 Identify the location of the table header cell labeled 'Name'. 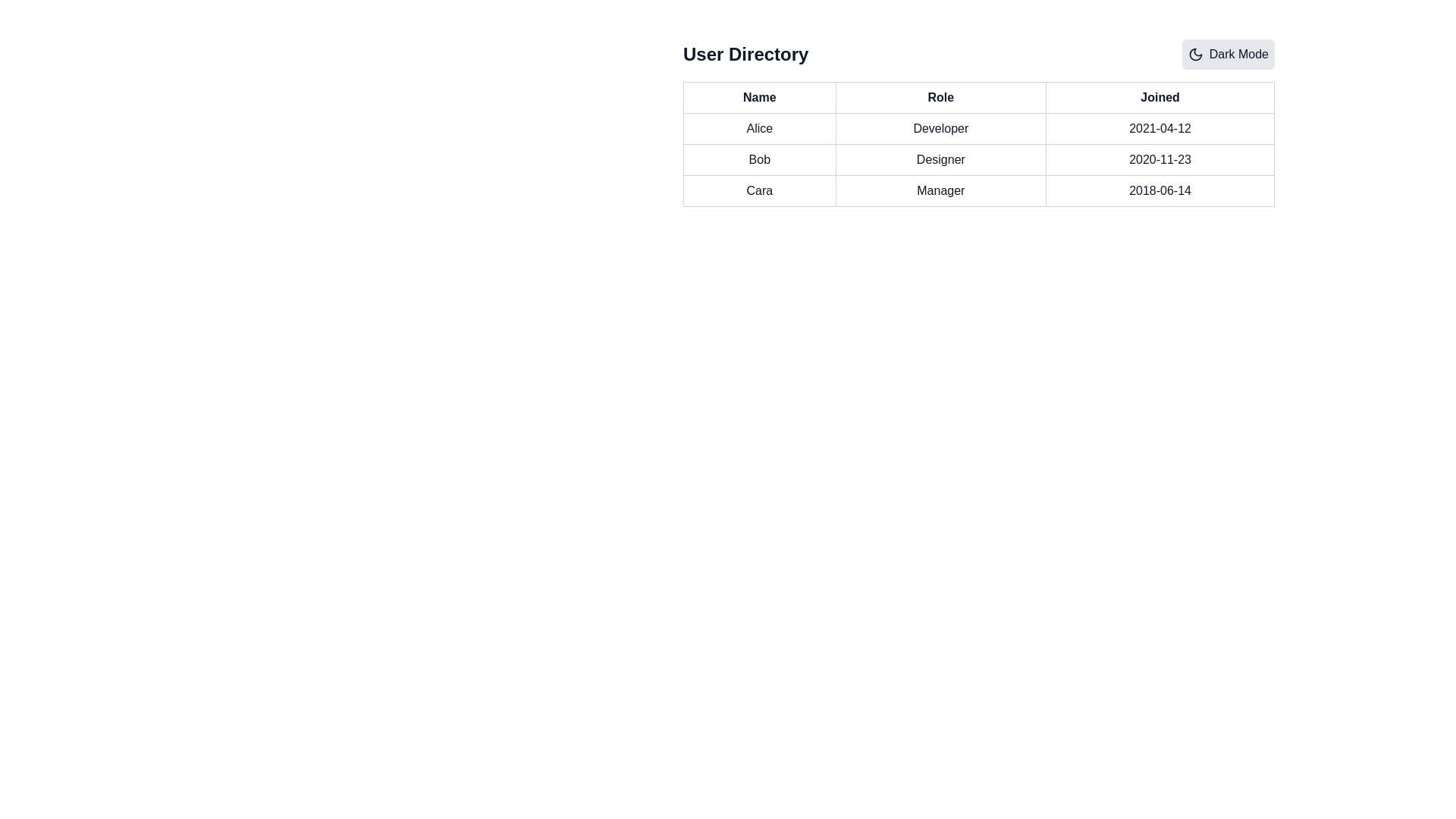
(759, 97).